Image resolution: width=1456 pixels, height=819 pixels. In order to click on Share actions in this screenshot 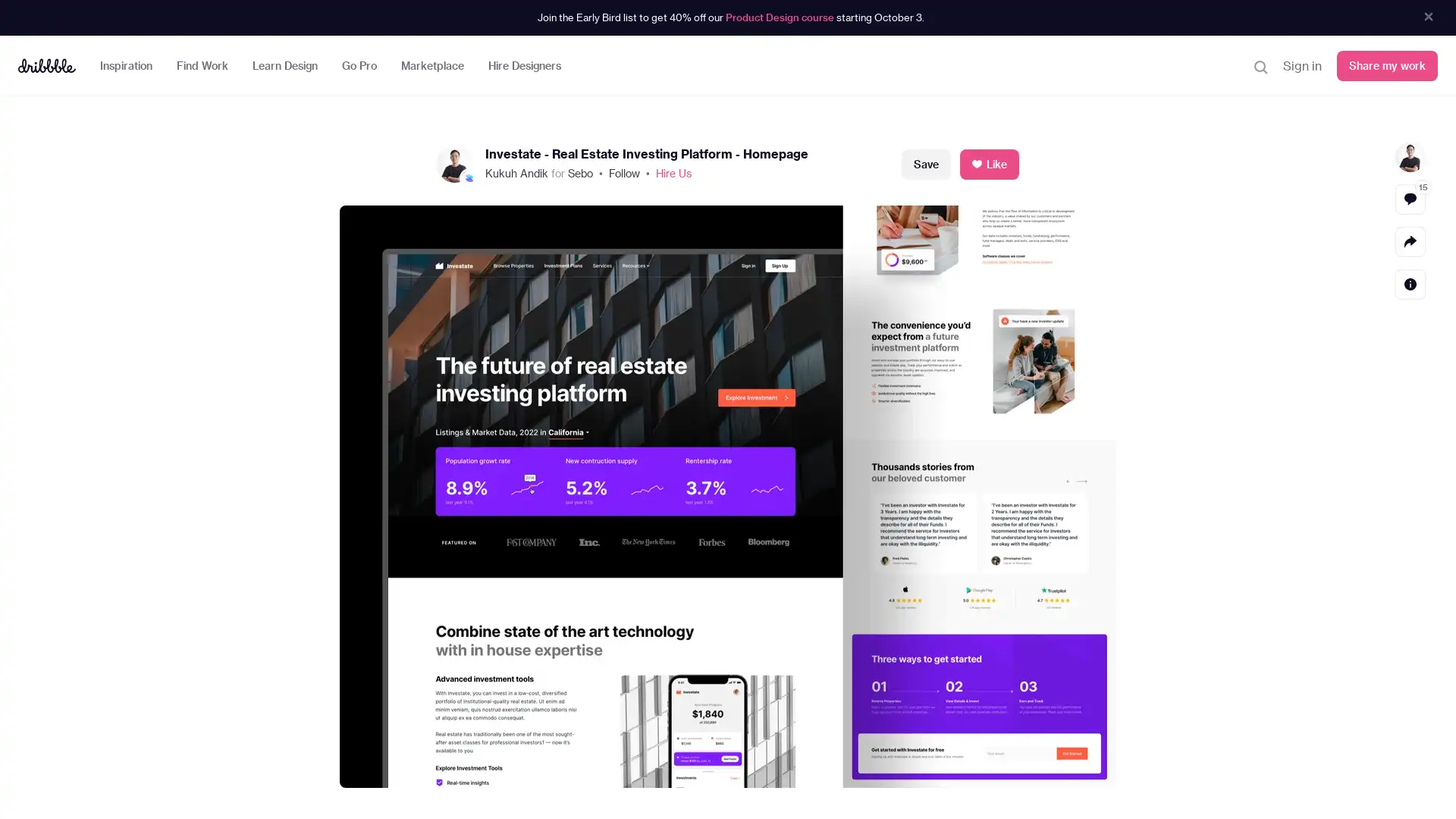, I will do `click(1410, 240)`.